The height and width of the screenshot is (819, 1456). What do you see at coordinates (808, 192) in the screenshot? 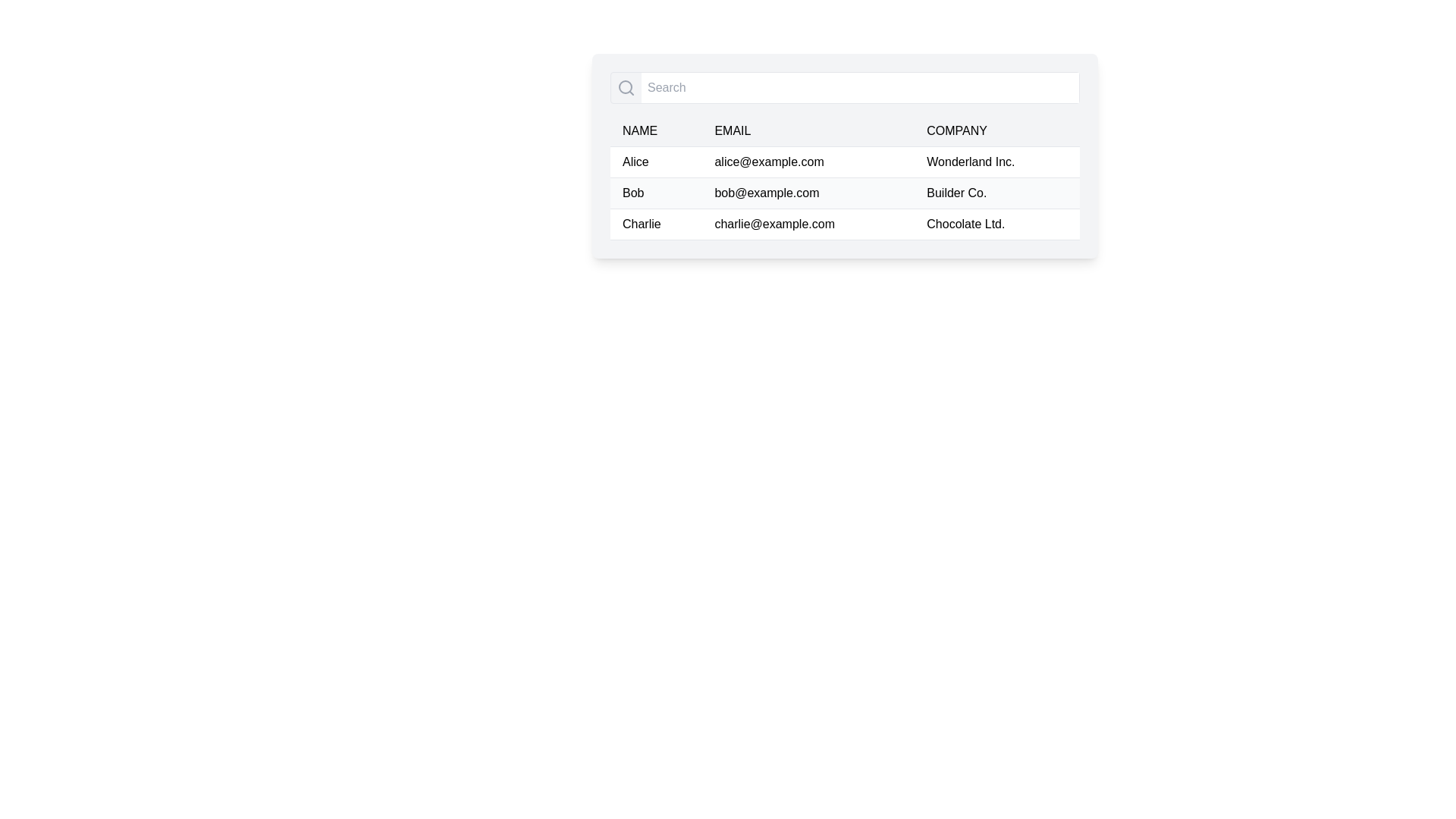
I see `the non-interactive text display field showing the email address for 'Bob' in the second row of the table under the 'EMAIL' column` at bounding box center [808, 192].